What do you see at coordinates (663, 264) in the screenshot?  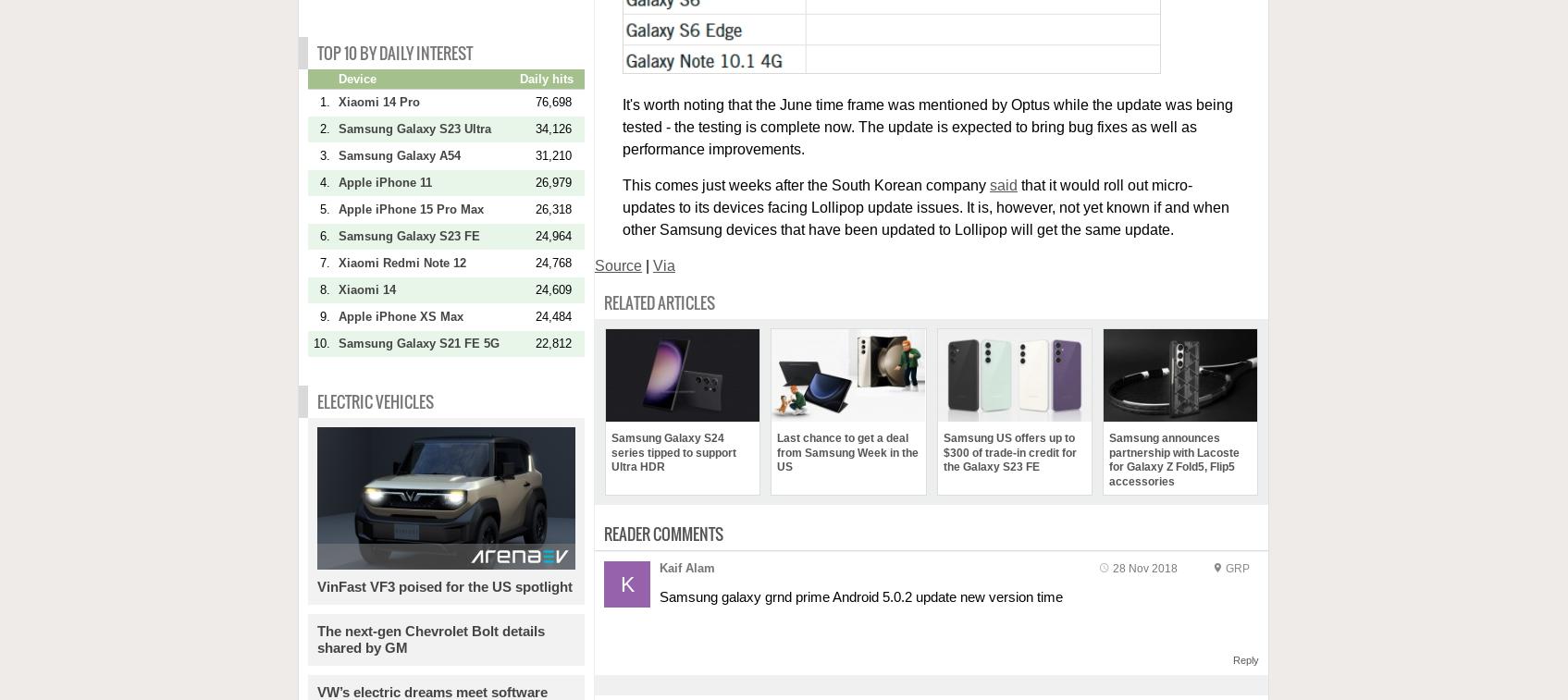 I see `'Via'` at bounding box center [663, 264].